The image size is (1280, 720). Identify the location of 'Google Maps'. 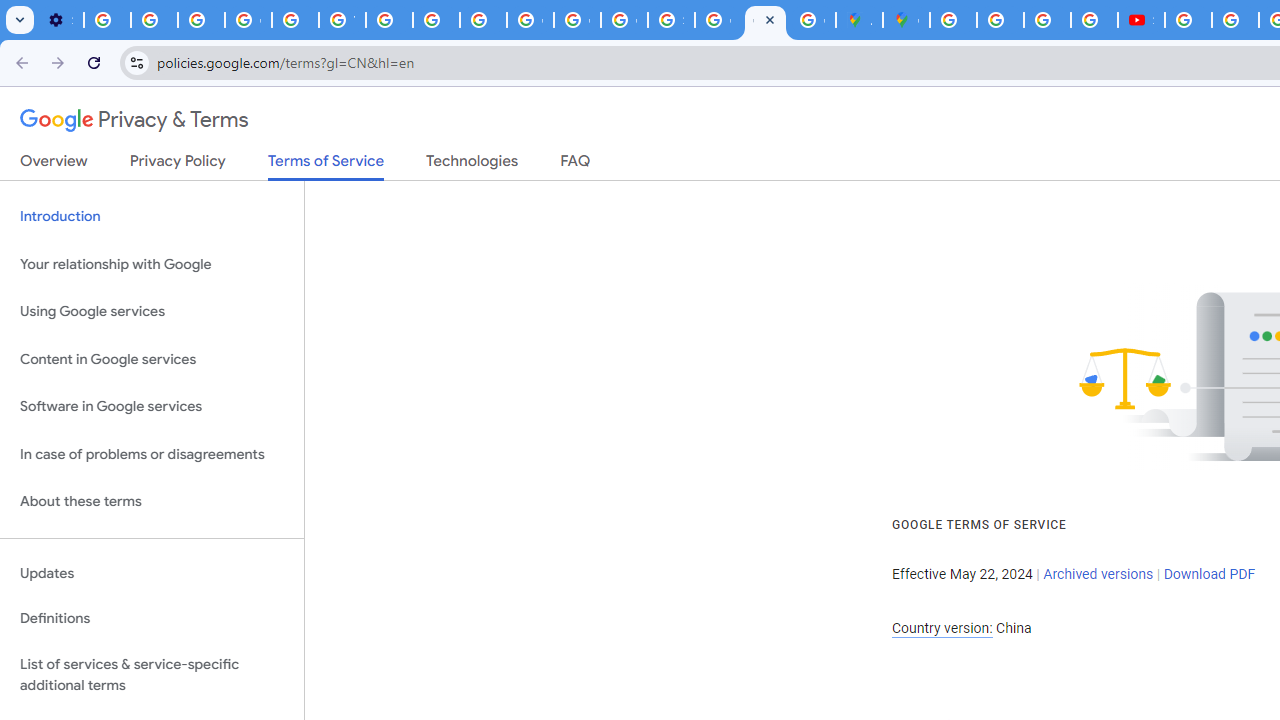
(905, 20).